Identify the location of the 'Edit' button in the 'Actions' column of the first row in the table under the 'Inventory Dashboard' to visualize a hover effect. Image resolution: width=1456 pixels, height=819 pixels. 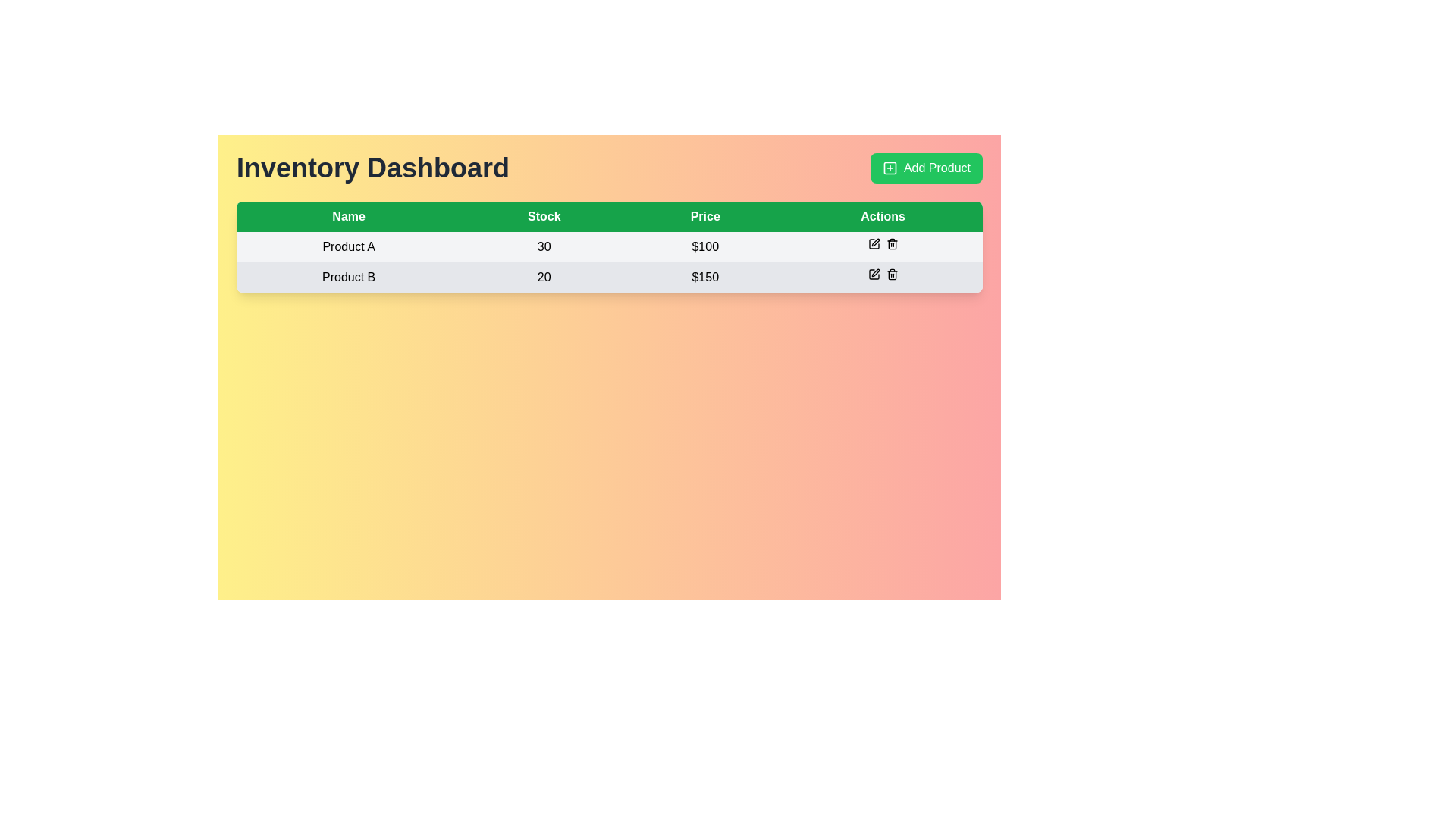
(874, 243).